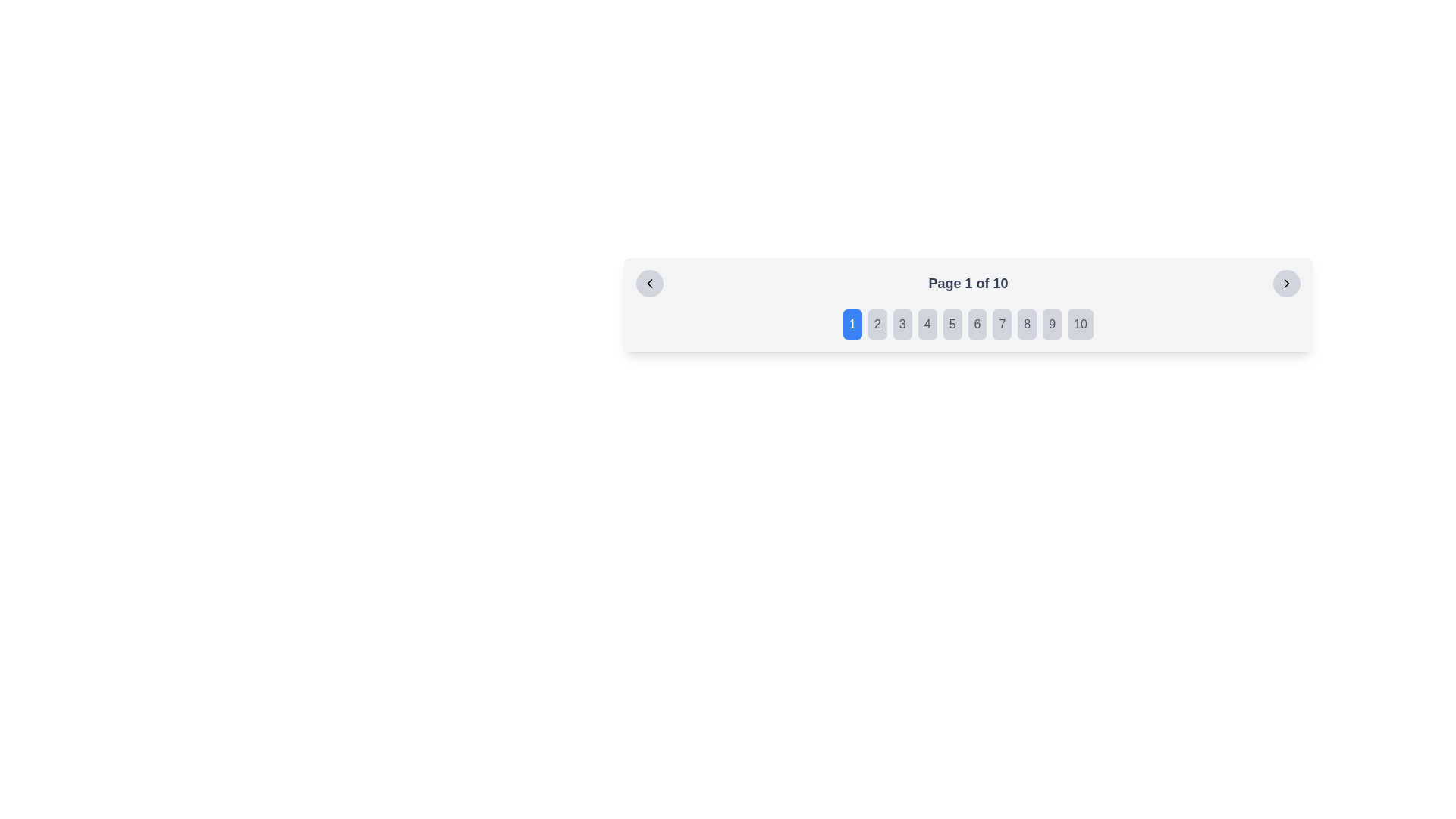 Image resolution: width=1456 pixels, height=819 pixels. Describe the element at coordinates (1002, 324) in the screenshot. I see `the small rectangular button with rounded corners displaying the number '7'` at that location.